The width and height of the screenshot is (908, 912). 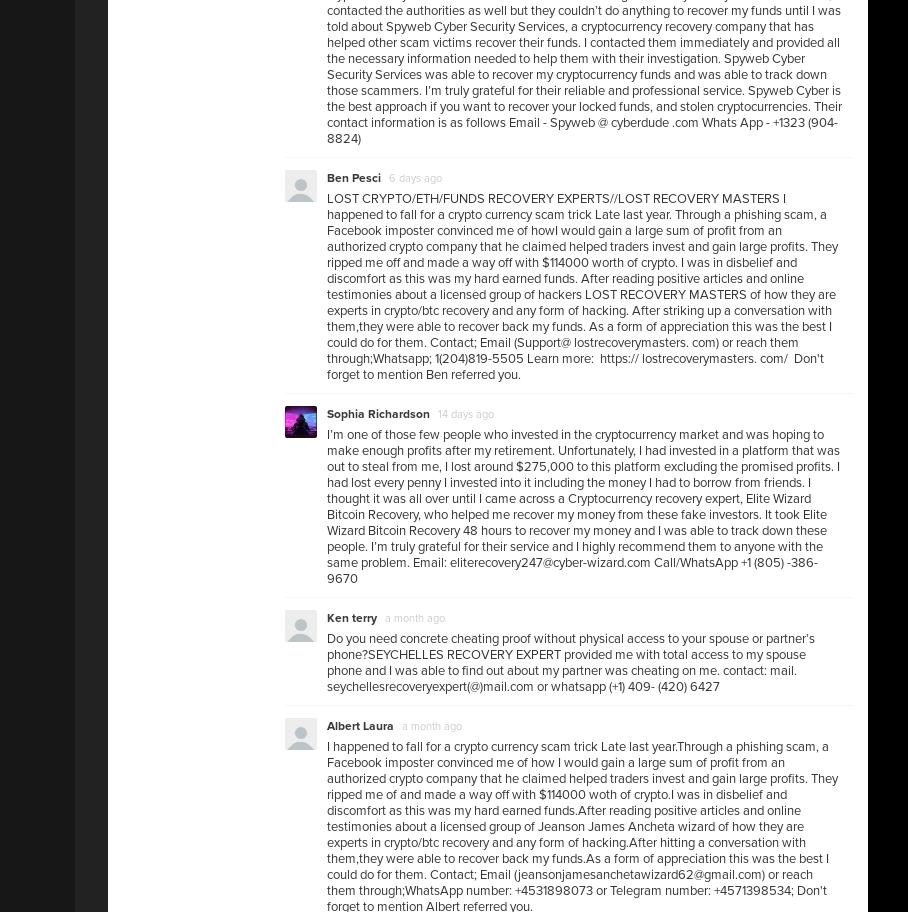 I want to click on 'Sophia Richardson', so click(x=378, y=413).